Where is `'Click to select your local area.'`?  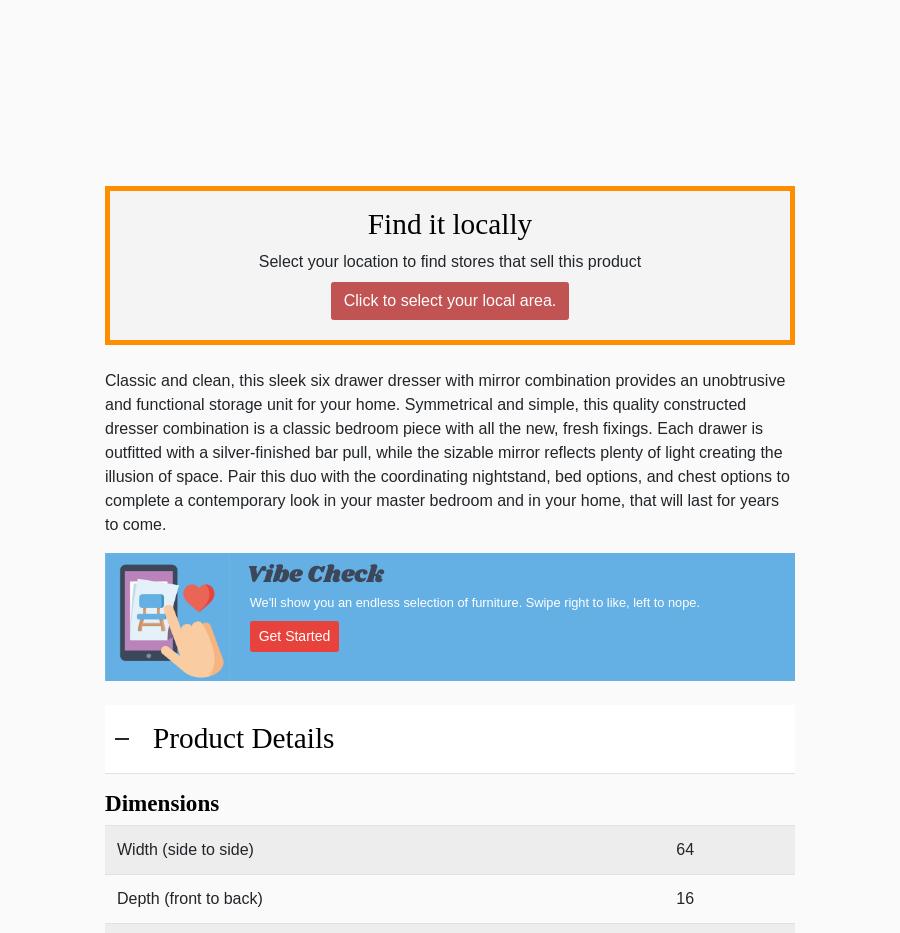 'Click to select your local area.' is located at coordinates (449, 300).